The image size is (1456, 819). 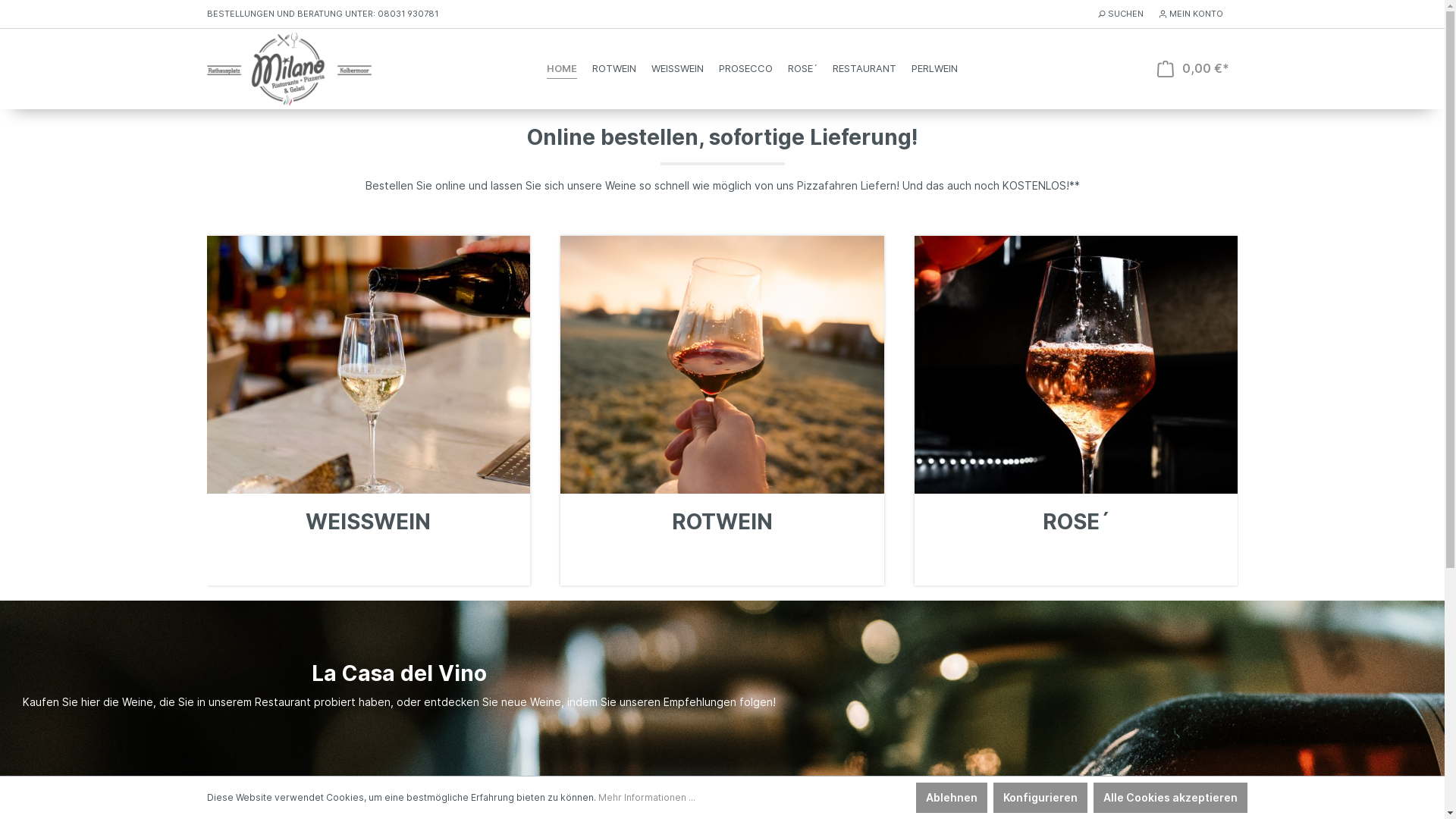 What do you see at coordinates (645, 797) in the screenshot?
I see `'Mehr Informationen ...'` at bounding box center [645, 797].